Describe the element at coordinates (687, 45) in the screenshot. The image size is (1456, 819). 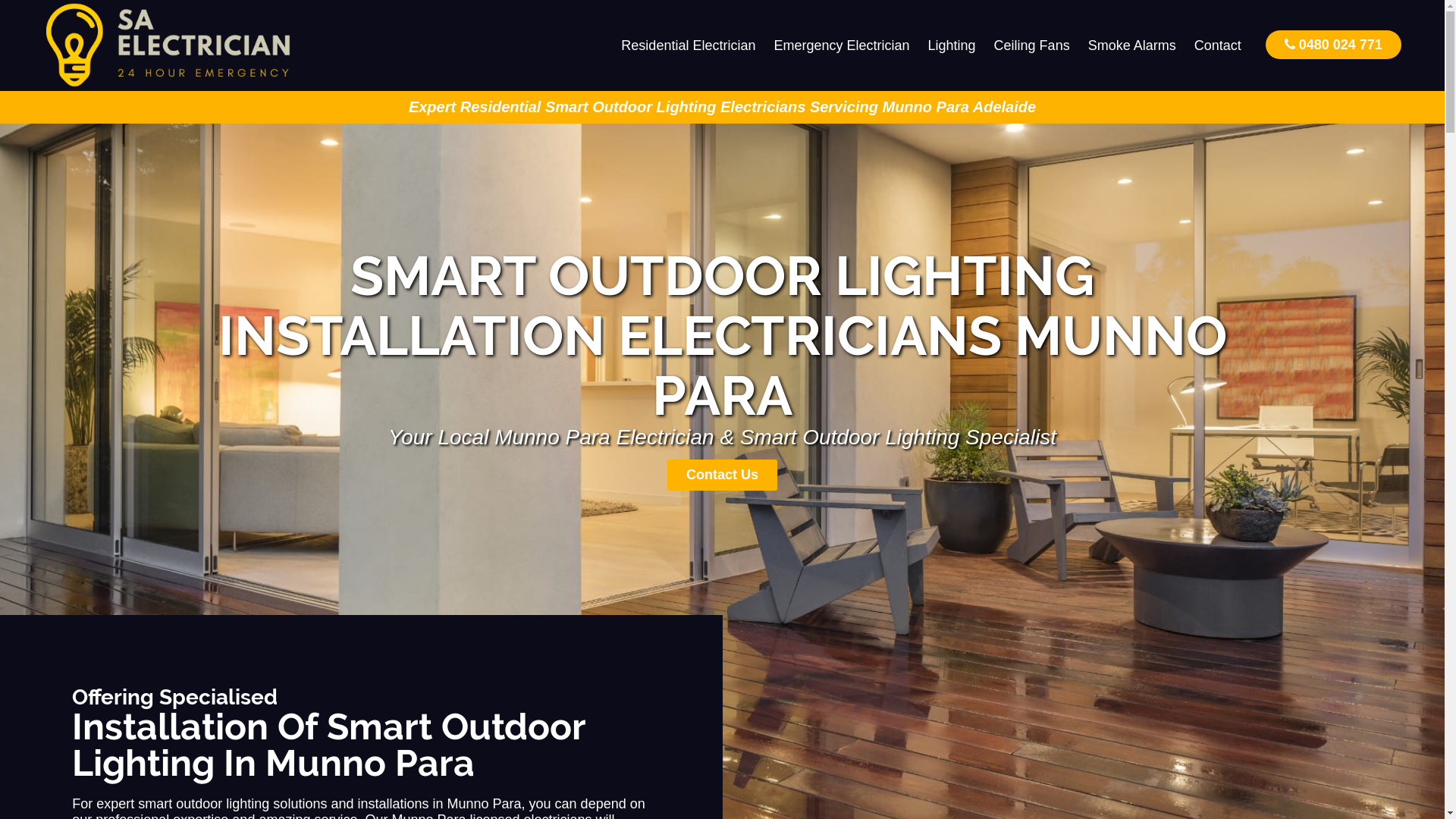
I see `'Residential Electrician'` at that location.